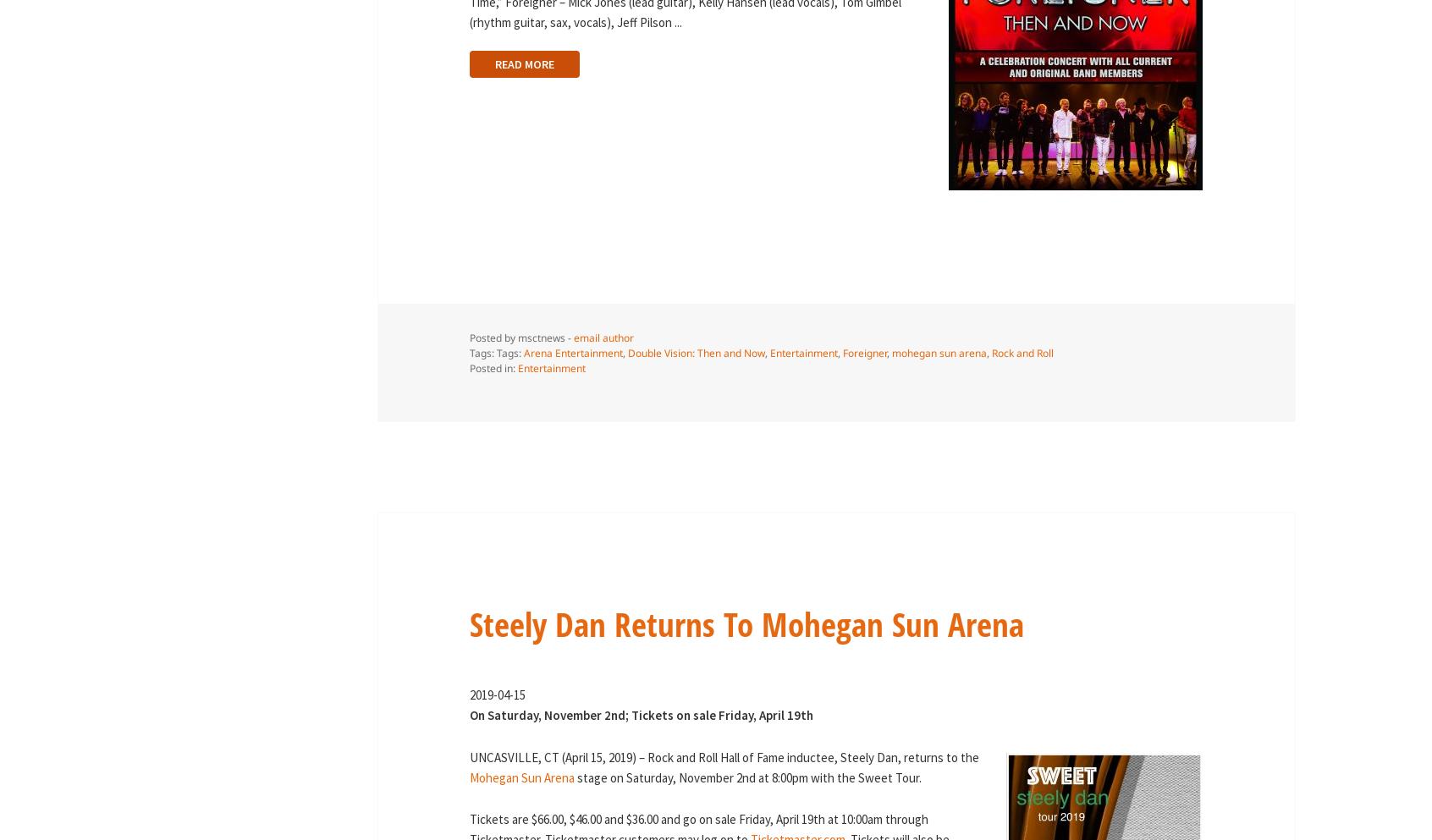  What do you see at coordinates (746, 776) in the screenshot?
I see `'stage on Saturday, November 2nd at 8:00pm with the Sweet Tour.'` at bounding box center [746, 776].